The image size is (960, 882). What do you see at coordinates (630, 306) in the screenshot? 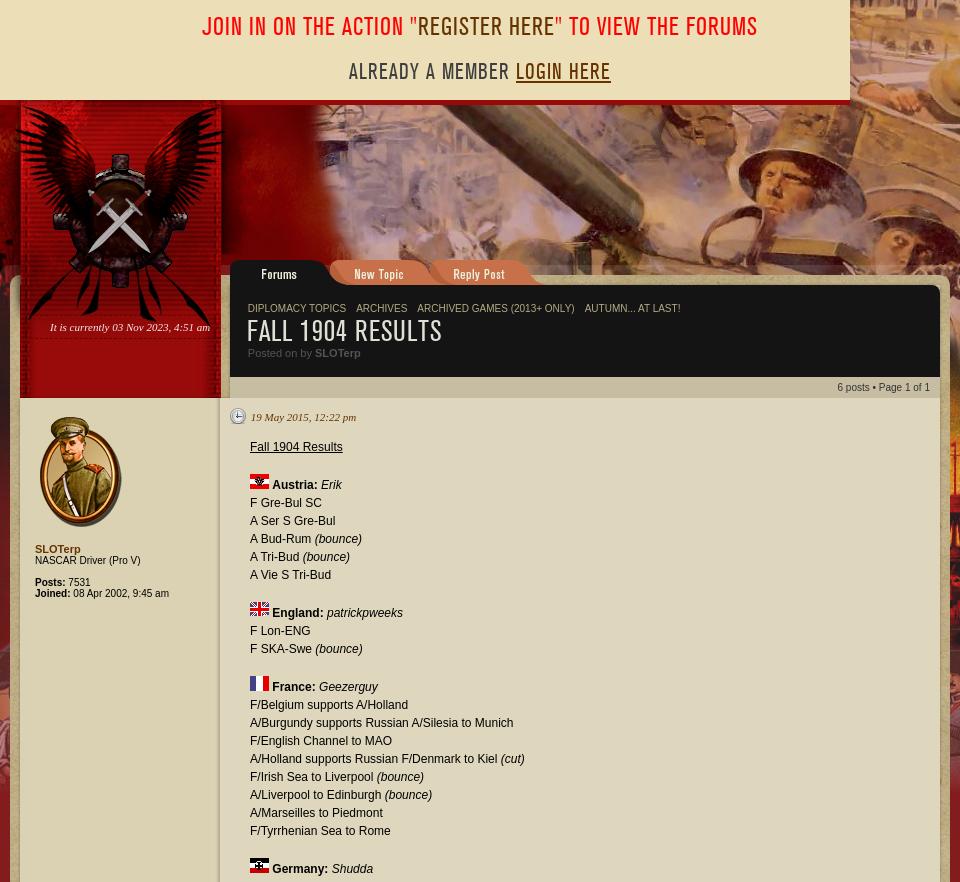
I see `'Autumn... at last!'` at bounding box center [630, 306].